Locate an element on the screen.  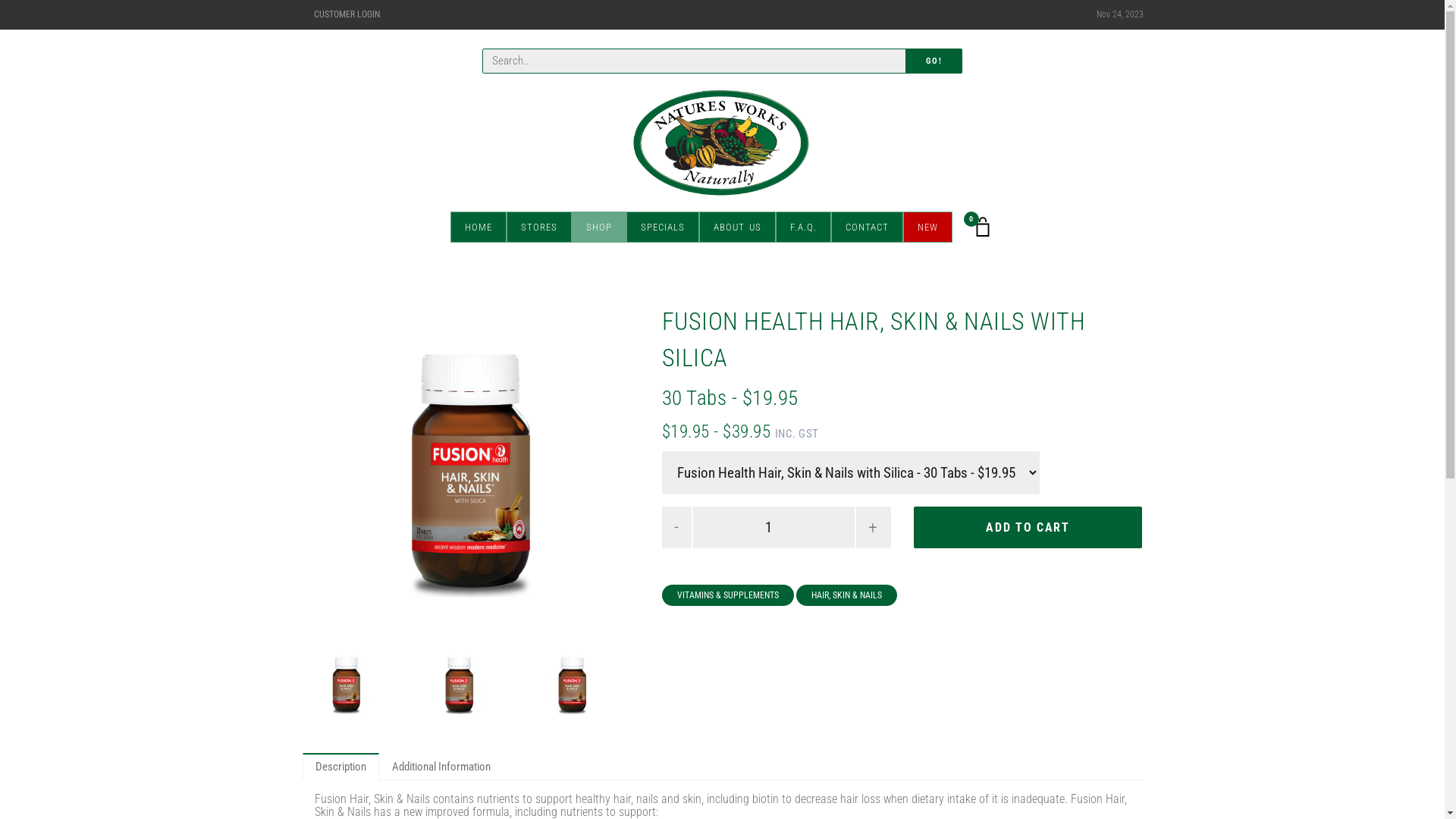
'HOME' is located at coordinates (477, 226).